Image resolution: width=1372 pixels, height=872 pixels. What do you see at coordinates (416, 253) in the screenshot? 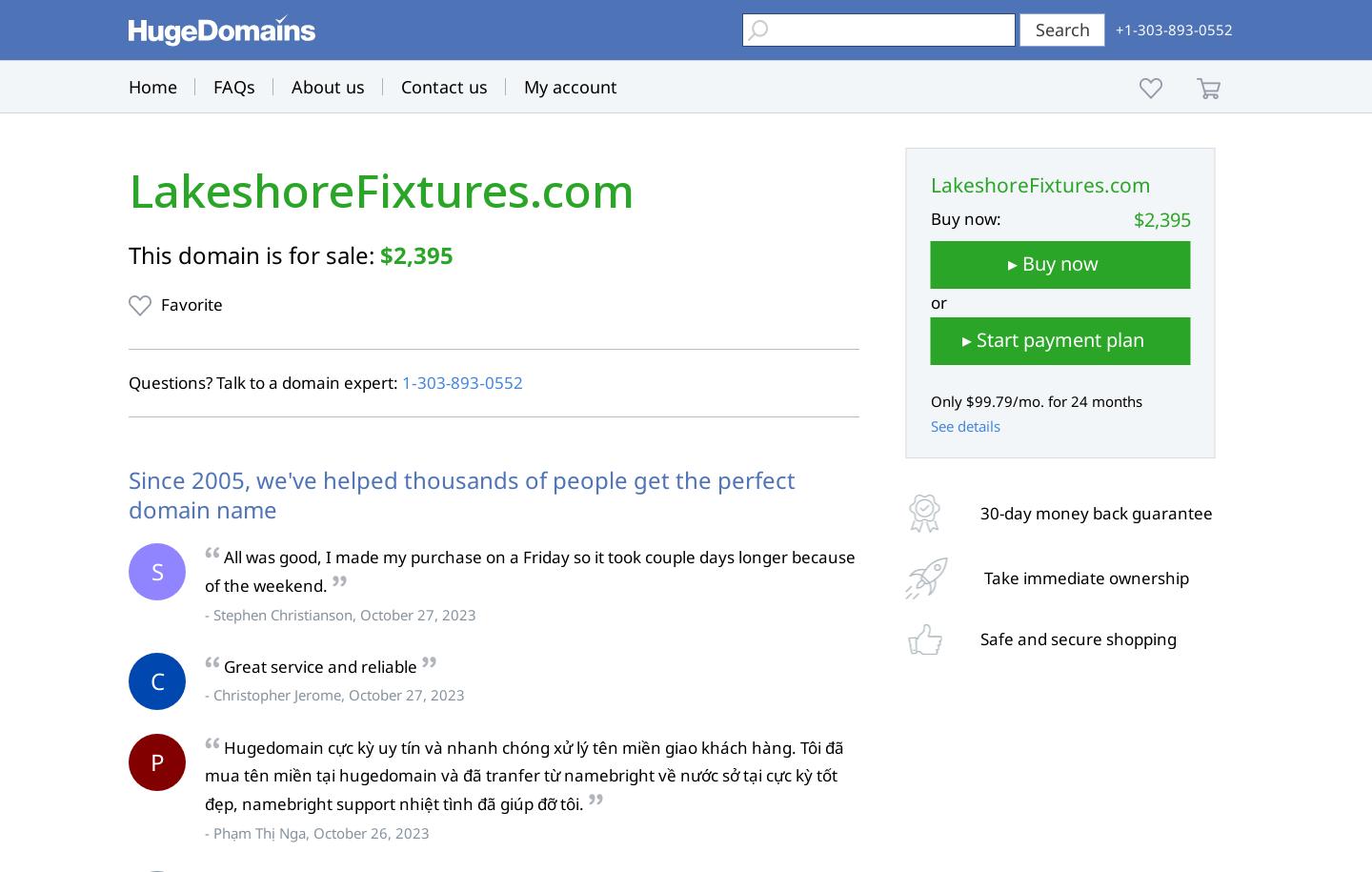
I see `'$2,395'` at bounding box center [416, 253].